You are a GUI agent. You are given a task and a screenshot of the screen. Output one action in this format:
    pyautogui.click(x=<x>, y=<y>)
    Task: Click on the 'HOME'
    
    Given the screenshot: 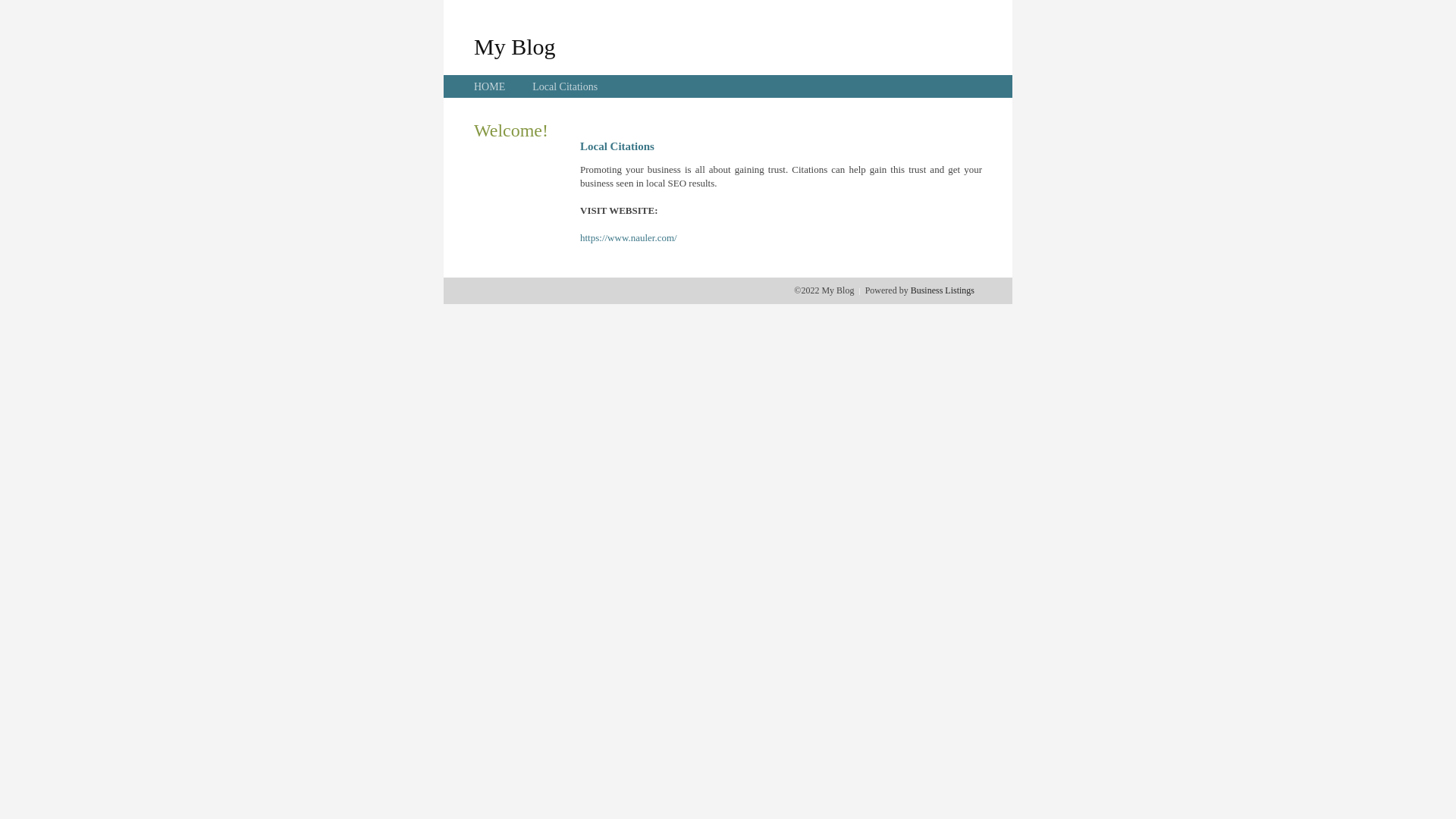 What is the action you would take?
    pyautogui.click(x=489, y=86)
    